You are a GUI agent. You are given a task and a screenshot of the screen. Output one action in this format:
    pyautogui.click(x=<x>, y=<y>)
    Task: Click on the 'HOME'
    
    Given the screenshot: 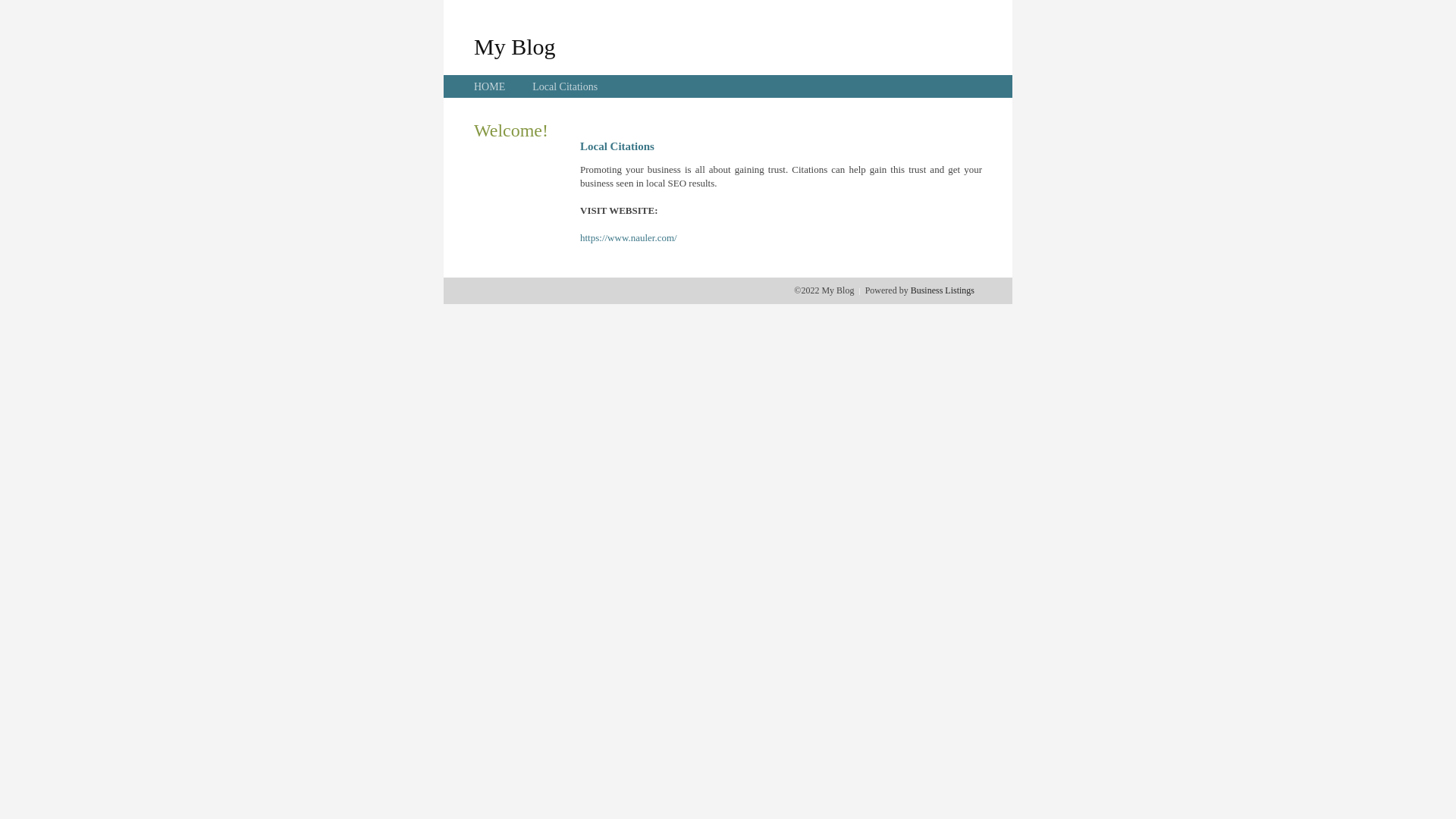 What is the action you would take?
    pyautogui.click(x=489, y=86)
    